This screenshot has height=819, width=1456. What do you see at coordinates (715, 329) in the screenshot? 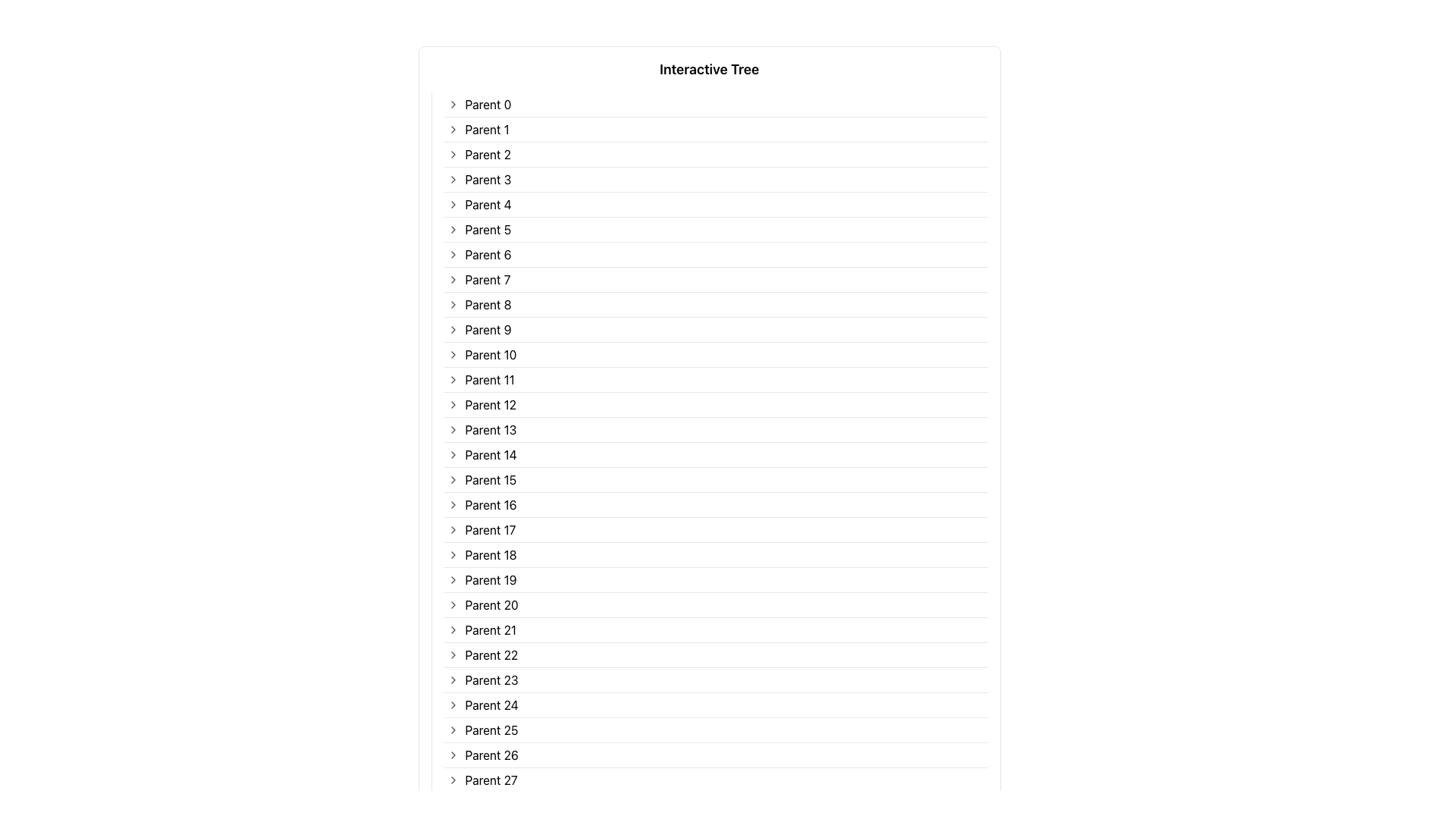
I see `the ninth List Item in the 'Interactive Tree'` at bounding box center [715, 329].